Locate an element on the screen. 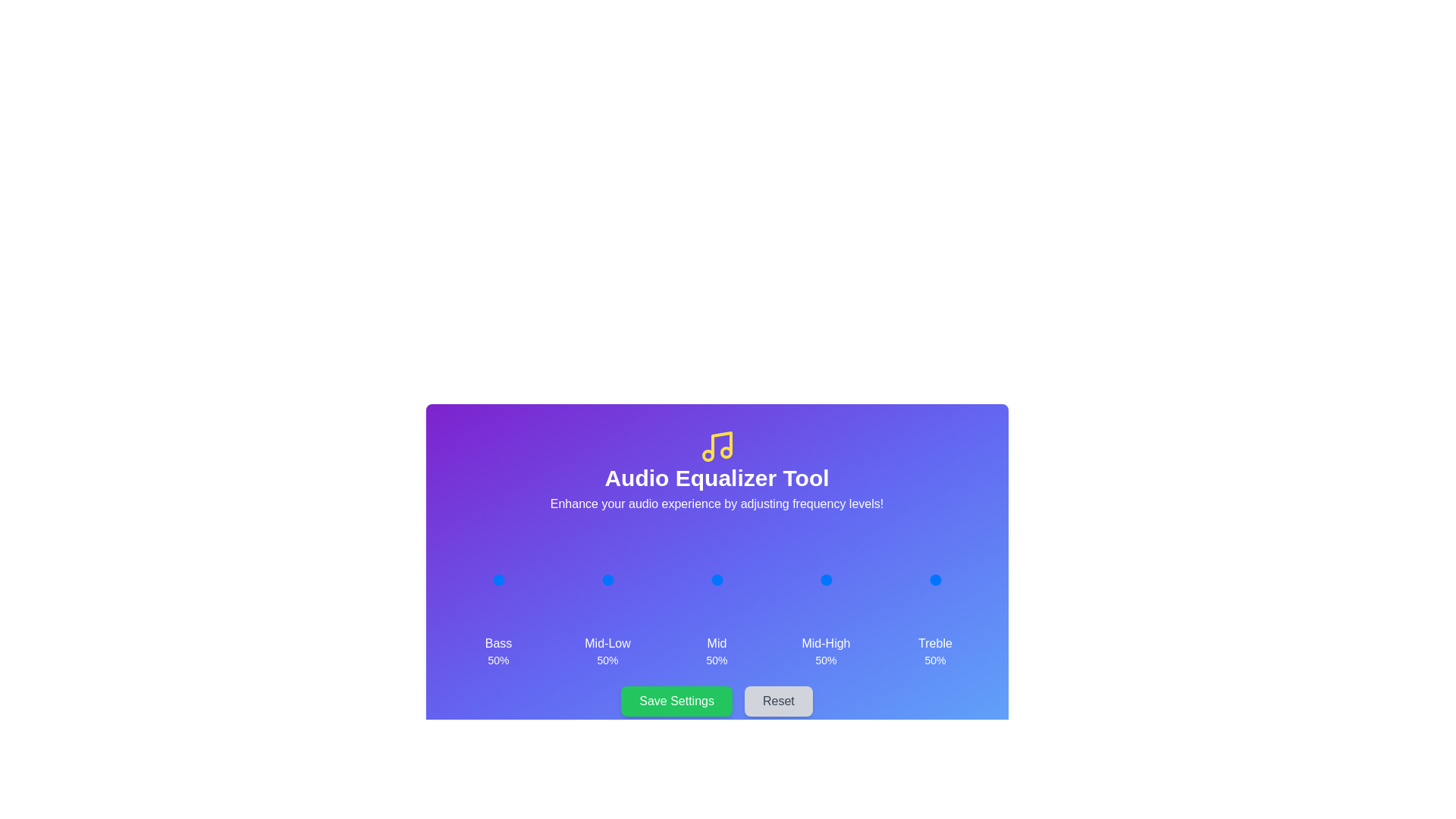  the Mid-High Slider to observe hover effects is located at coordinates (825, 579).